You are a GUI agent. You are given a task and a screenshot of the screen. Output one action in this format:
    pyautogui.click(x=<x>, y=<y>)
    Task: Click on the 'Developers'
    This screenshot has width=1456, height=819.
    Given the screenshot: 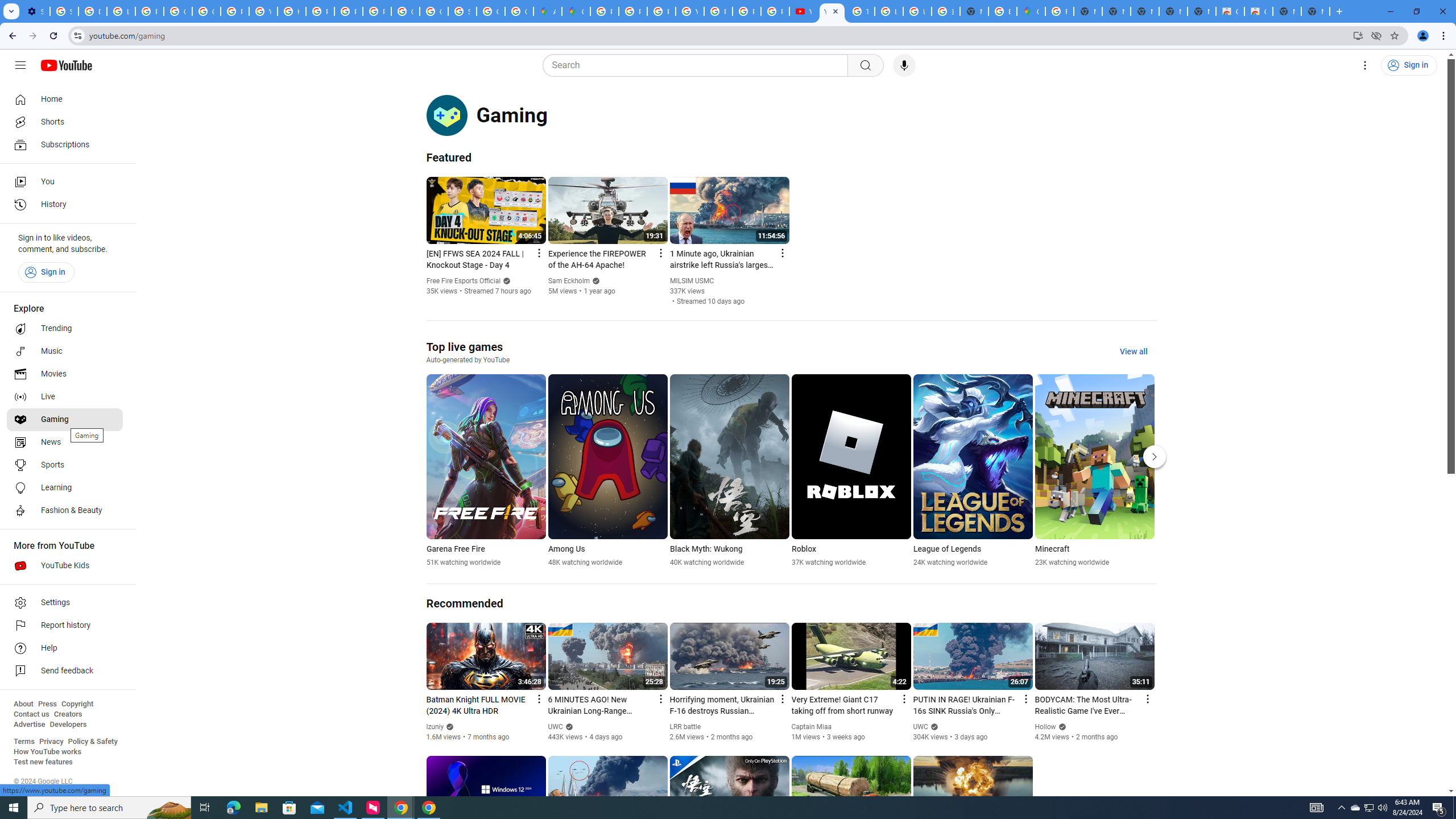 What is the action you would take?
    pyautogui.click(x=68, y=723)
    